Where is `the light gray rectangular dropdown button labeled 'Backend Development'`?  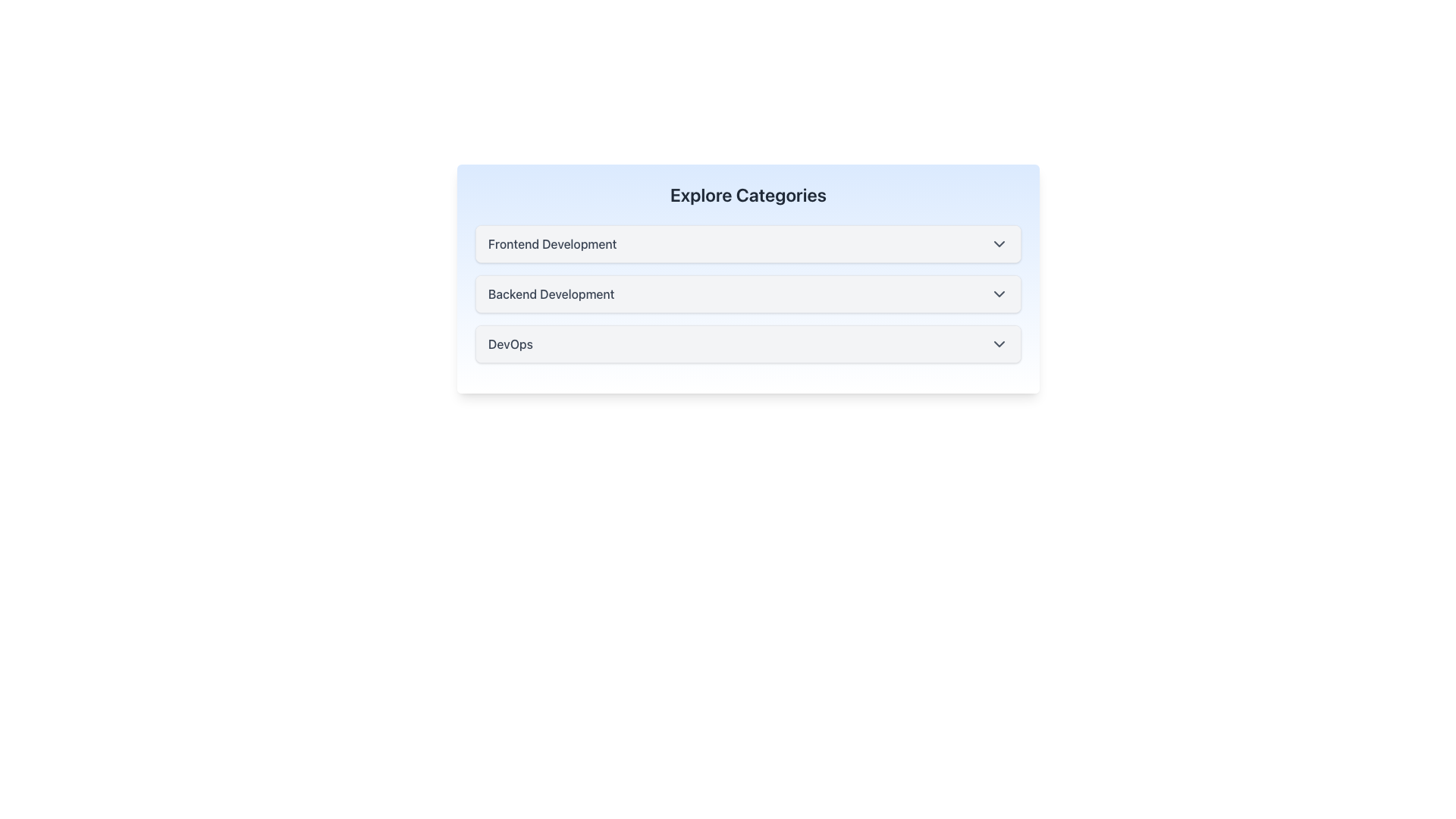 the light gray rectangular dropdown button labeled 'Backend Development' is located at coordinates (748, 278).